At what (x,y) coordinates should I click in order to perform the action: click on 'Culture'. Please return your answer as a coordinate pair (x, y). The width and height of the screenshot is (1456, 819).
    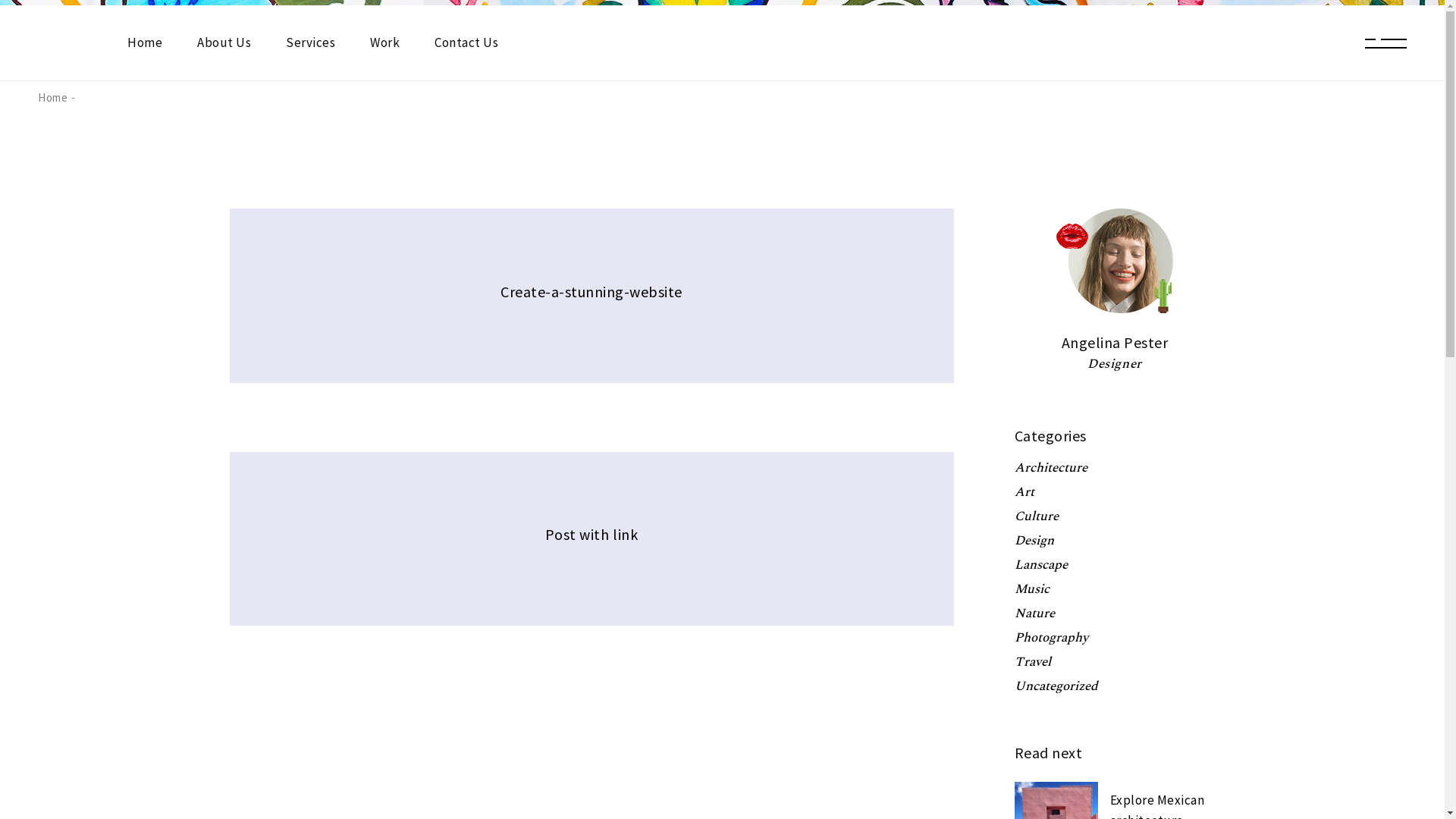
    Looking at the image, I should click on (1015, 516).